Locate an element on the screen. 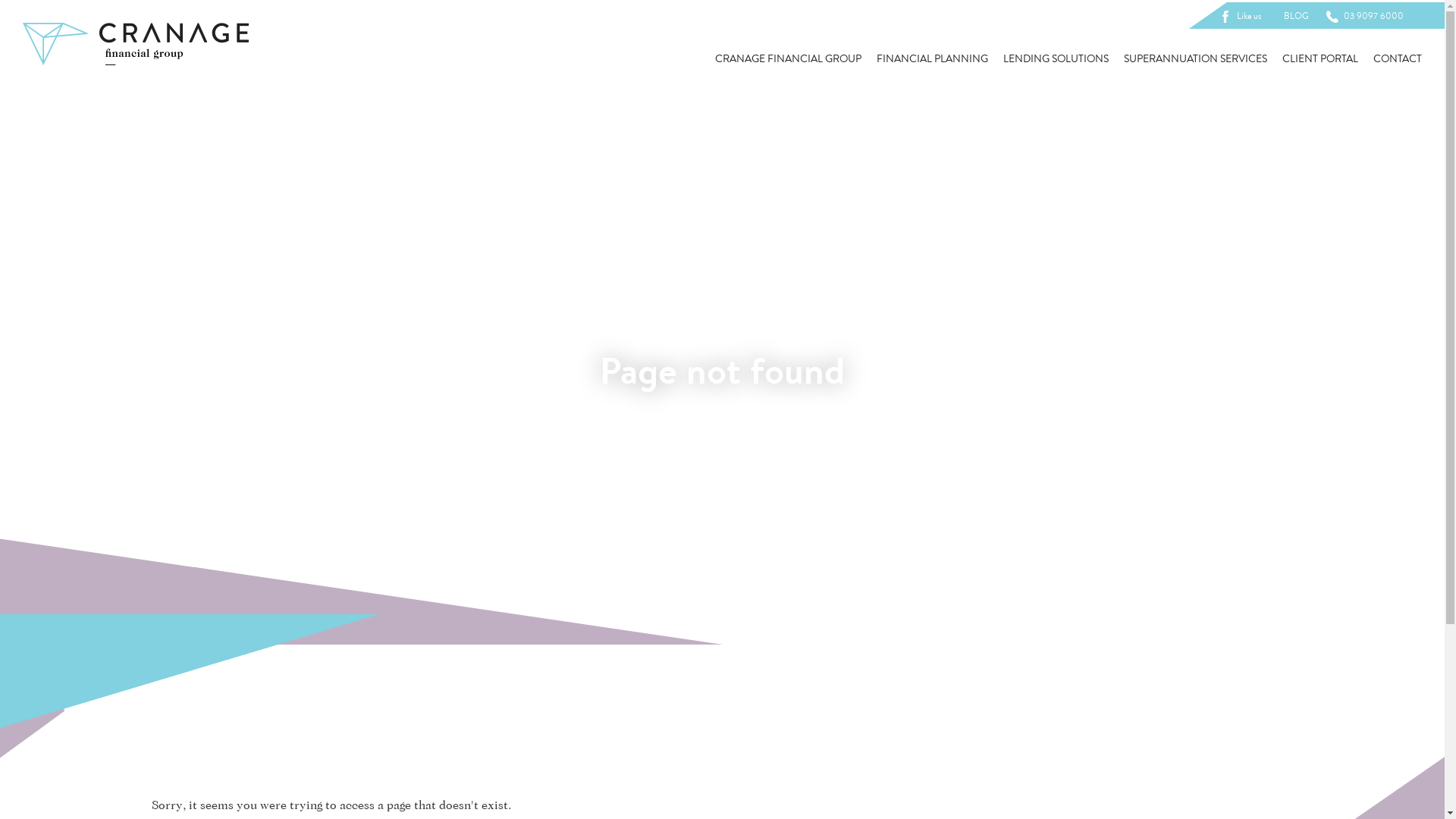 This screenshot has width=1456, height=819. 'FINANCIAL PLANNING' is located at coordinates (877, 58).